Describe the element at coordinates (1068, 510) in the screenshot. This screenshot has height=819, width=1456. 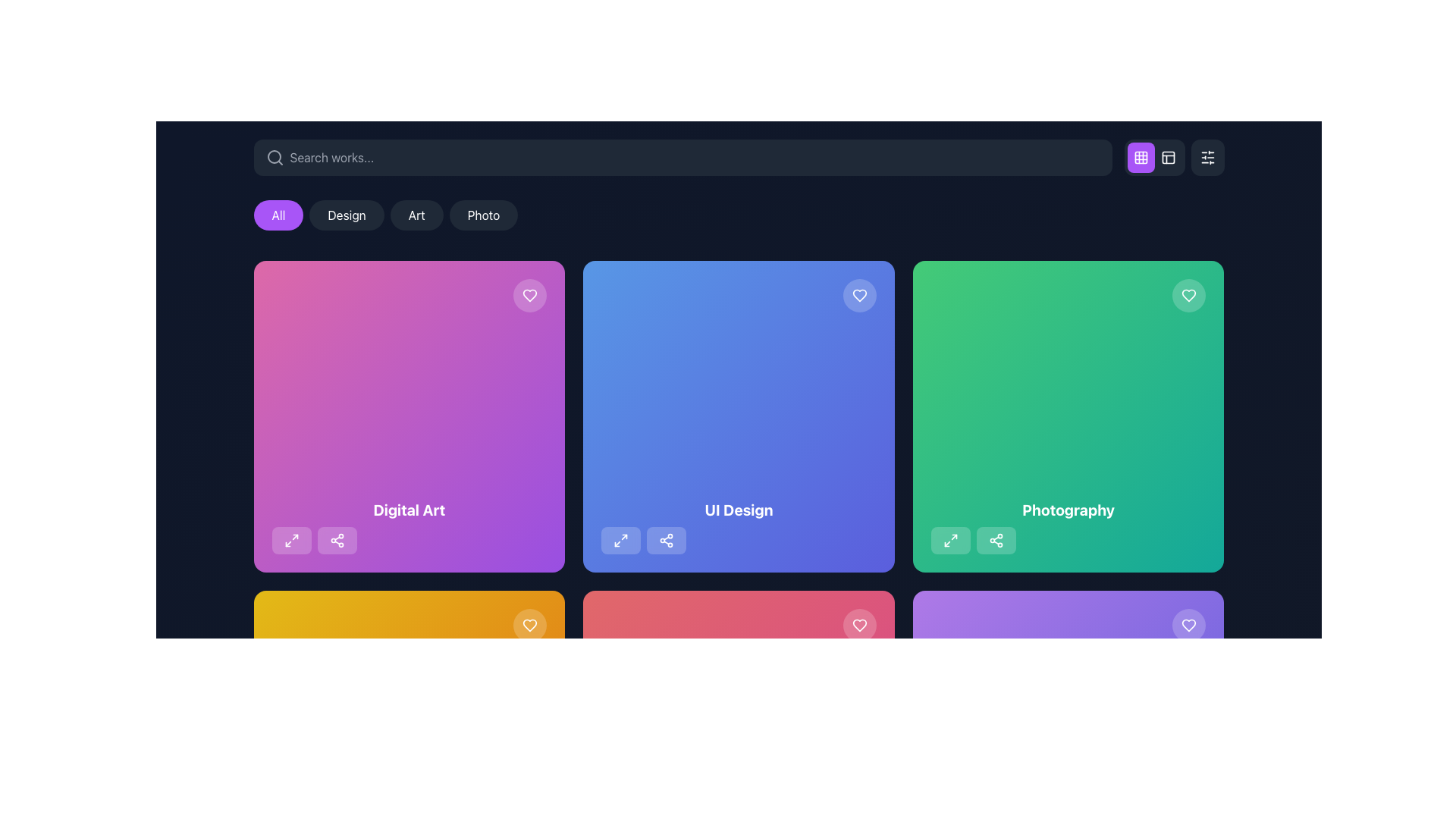
I see `the 'Photography' text label located at the bottom of the green card, which describes the content category` at that location.